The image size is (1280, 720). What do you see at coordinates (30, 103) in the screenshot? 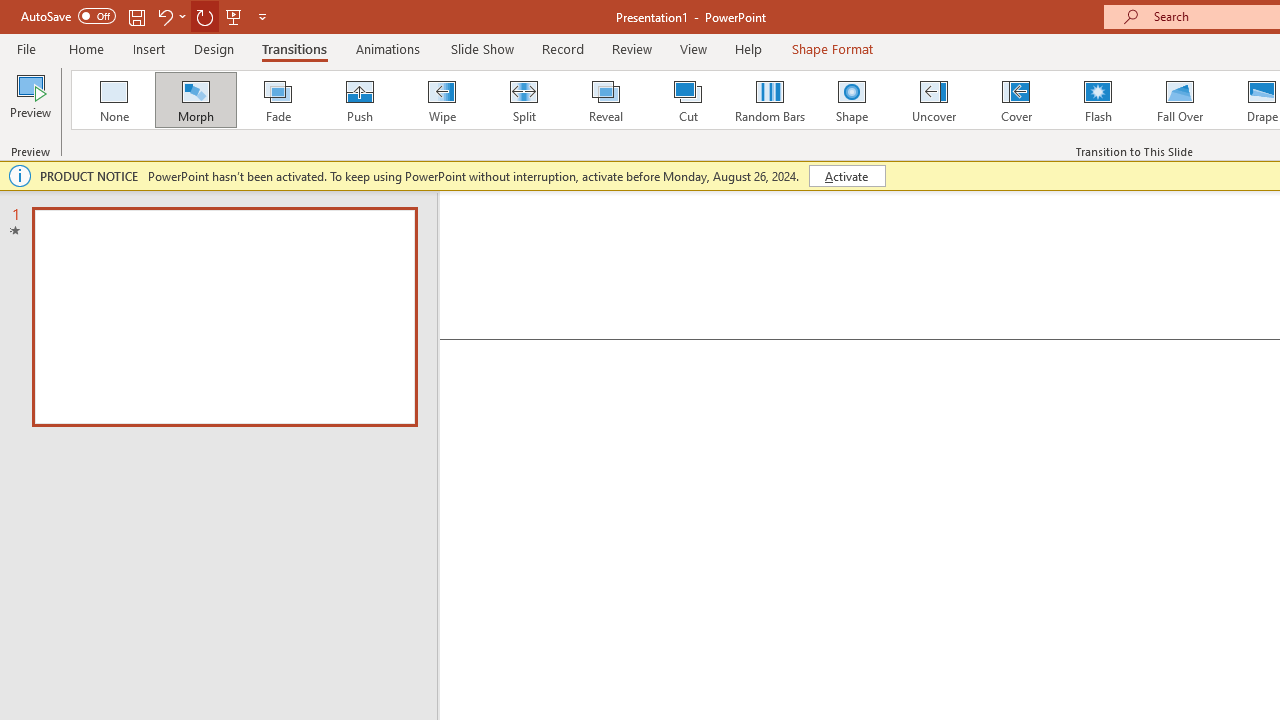
I see `'Preview'` at bounding box center [30, 103].